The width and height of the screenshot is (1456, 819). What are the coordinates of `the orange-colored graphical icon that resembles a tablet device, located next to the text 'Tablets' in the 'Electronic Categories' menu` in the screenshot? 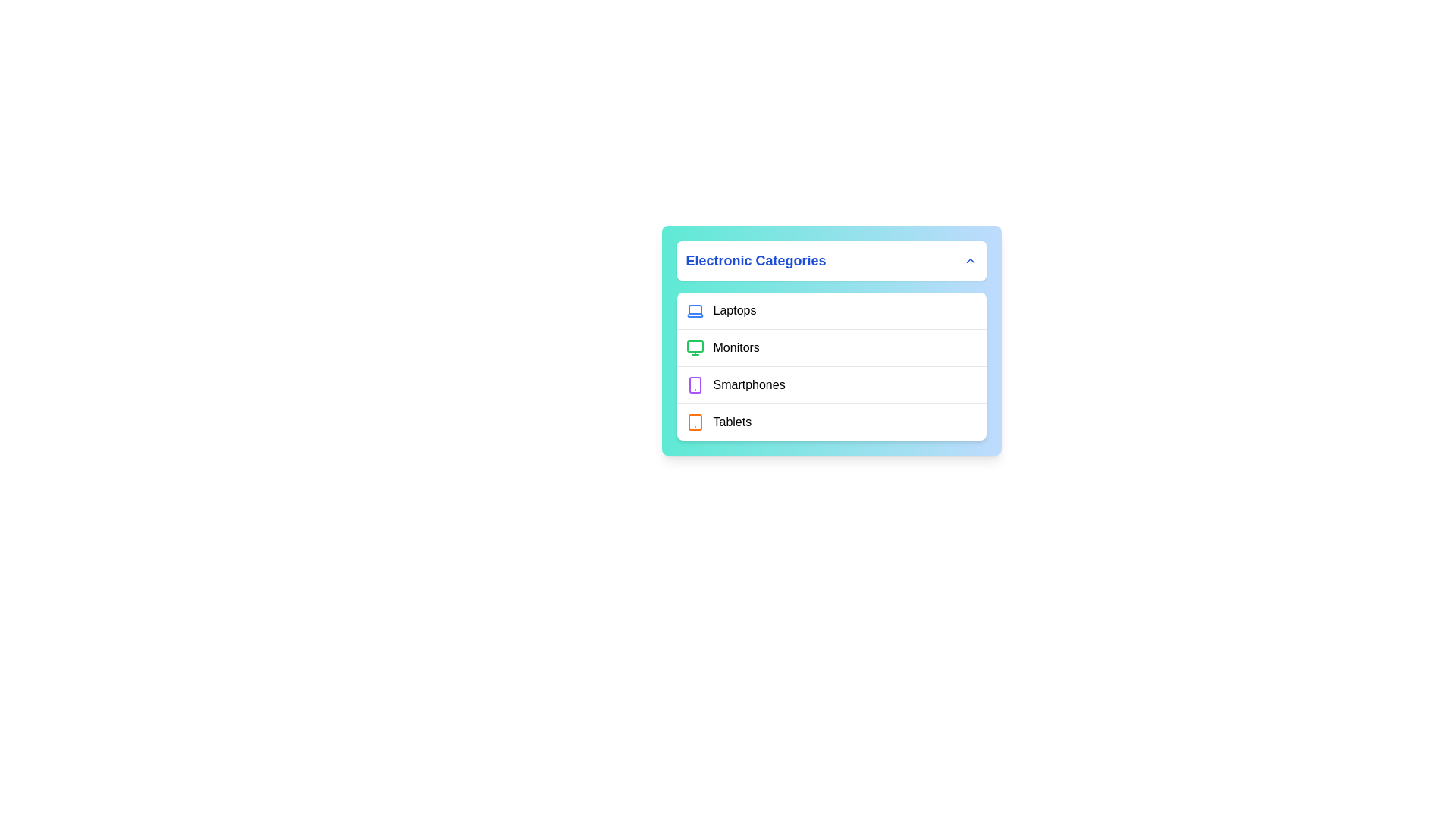 It's located at (694, 422).